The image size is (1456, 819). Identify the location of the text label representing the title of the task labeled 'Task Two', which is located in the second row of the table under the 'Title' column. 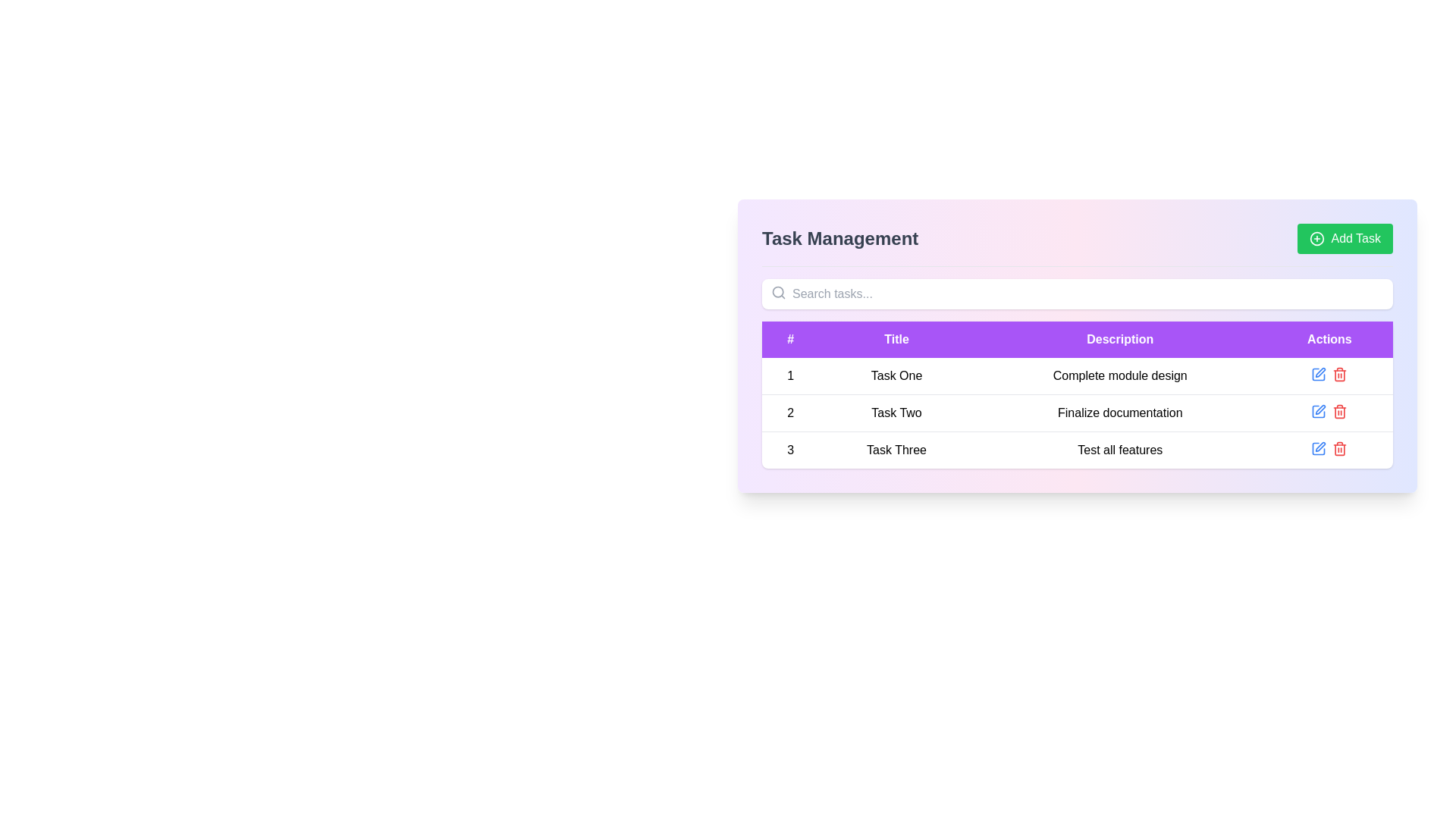
(896, 413).